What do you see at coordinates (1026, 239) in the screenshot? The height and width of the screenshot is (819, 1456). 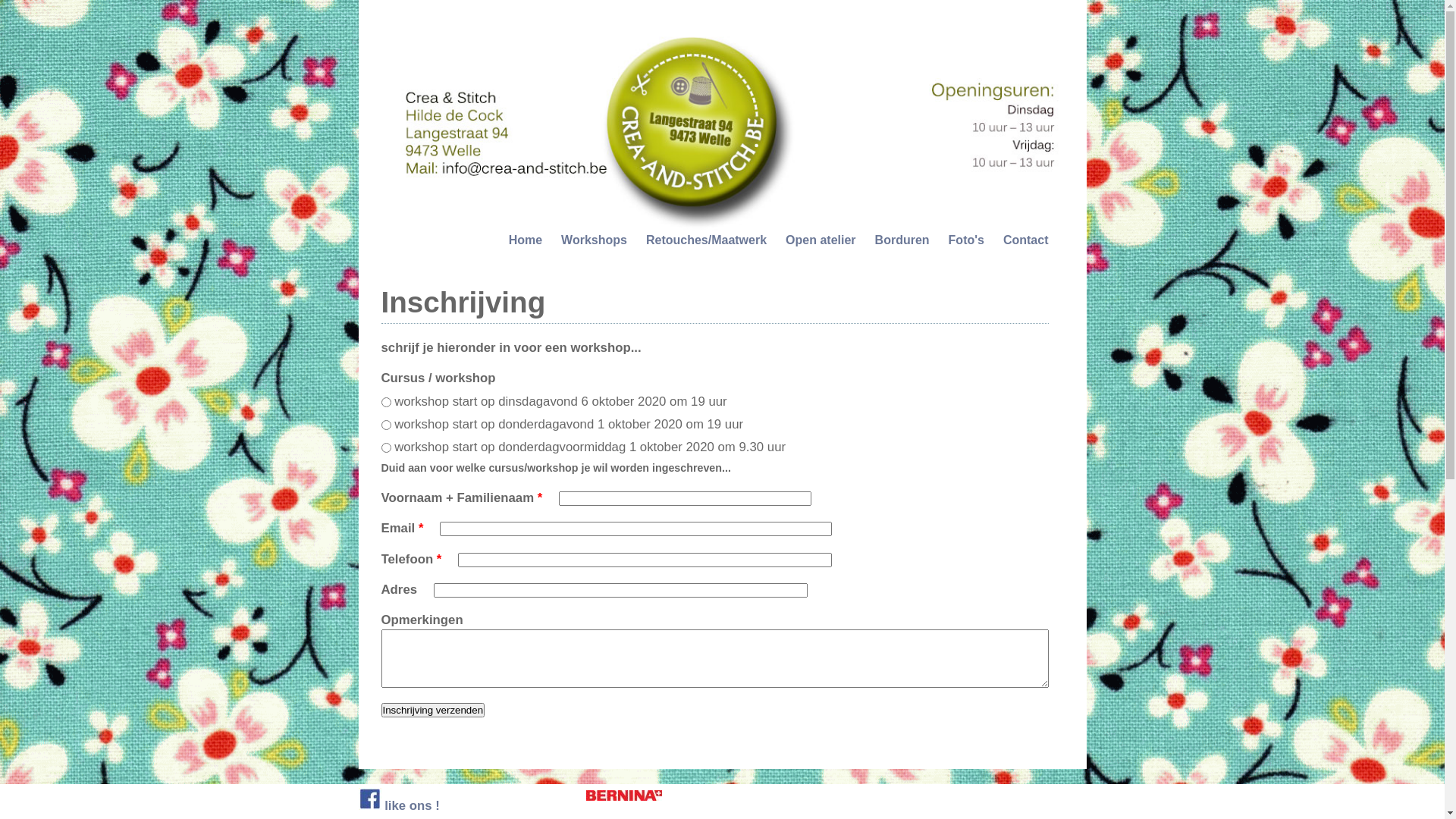 I see `'Contact'` at bounding box center [1026, 239].